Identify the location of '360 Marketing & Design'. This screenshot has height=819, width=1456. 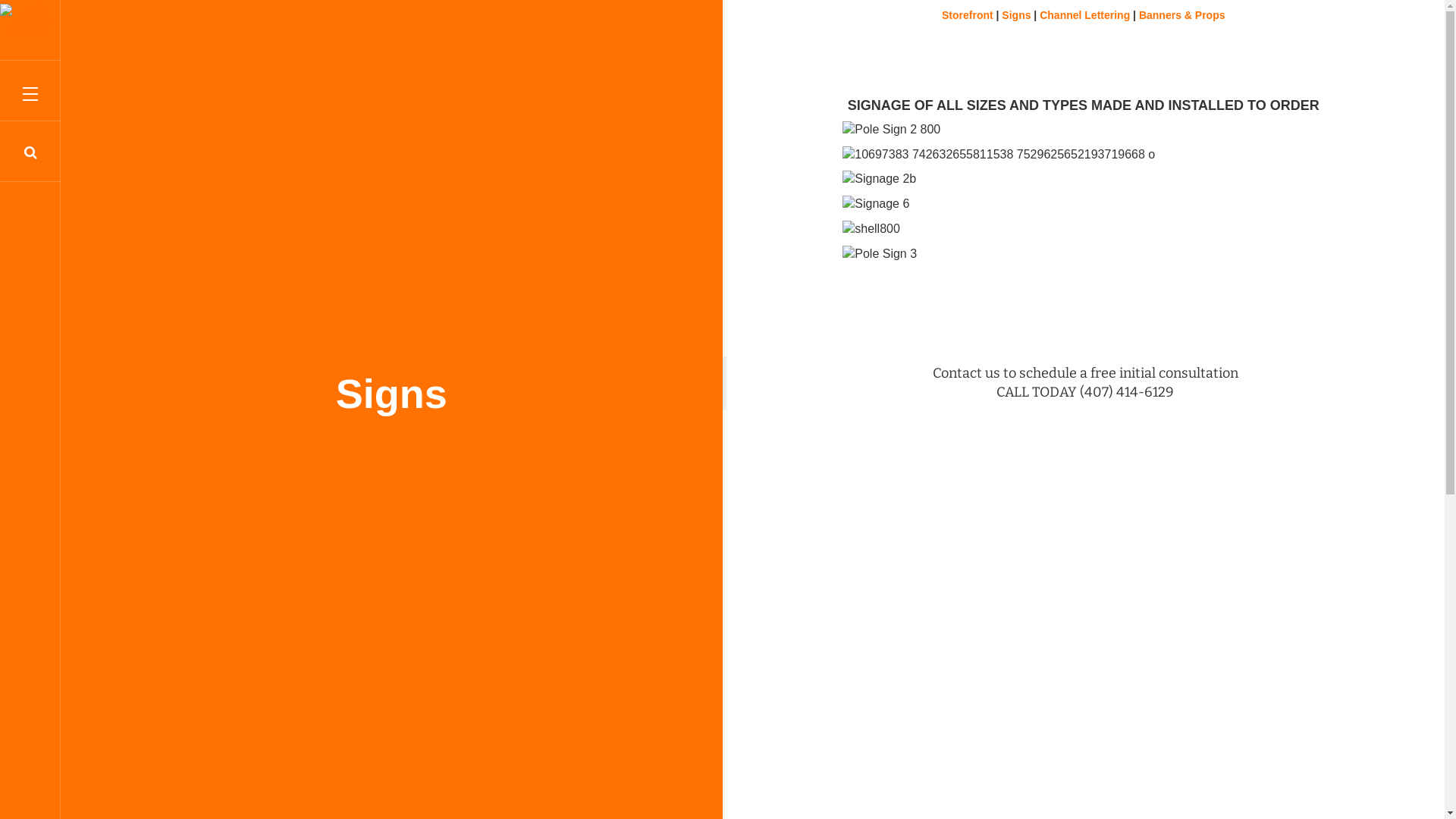
(30, 20).